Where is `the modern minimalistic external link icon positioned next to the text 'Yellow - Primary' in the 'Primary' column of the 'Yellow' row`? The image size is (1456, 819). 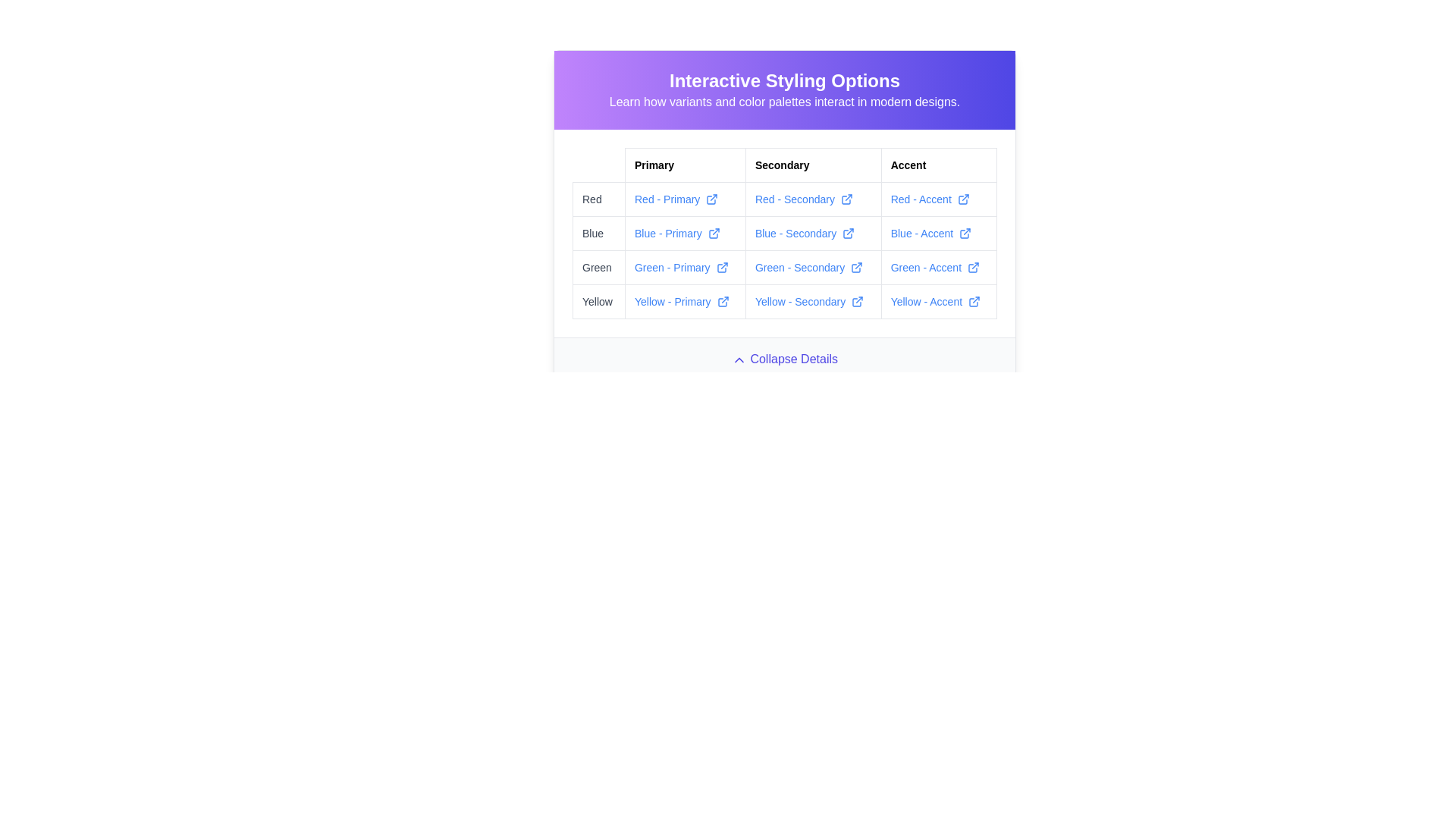 the modern minimalistic external link icon positioned next to the text 'Yellow - Primary' in the 'Primary' column of the 'Yellow' row is located at coordinates (722, 301).